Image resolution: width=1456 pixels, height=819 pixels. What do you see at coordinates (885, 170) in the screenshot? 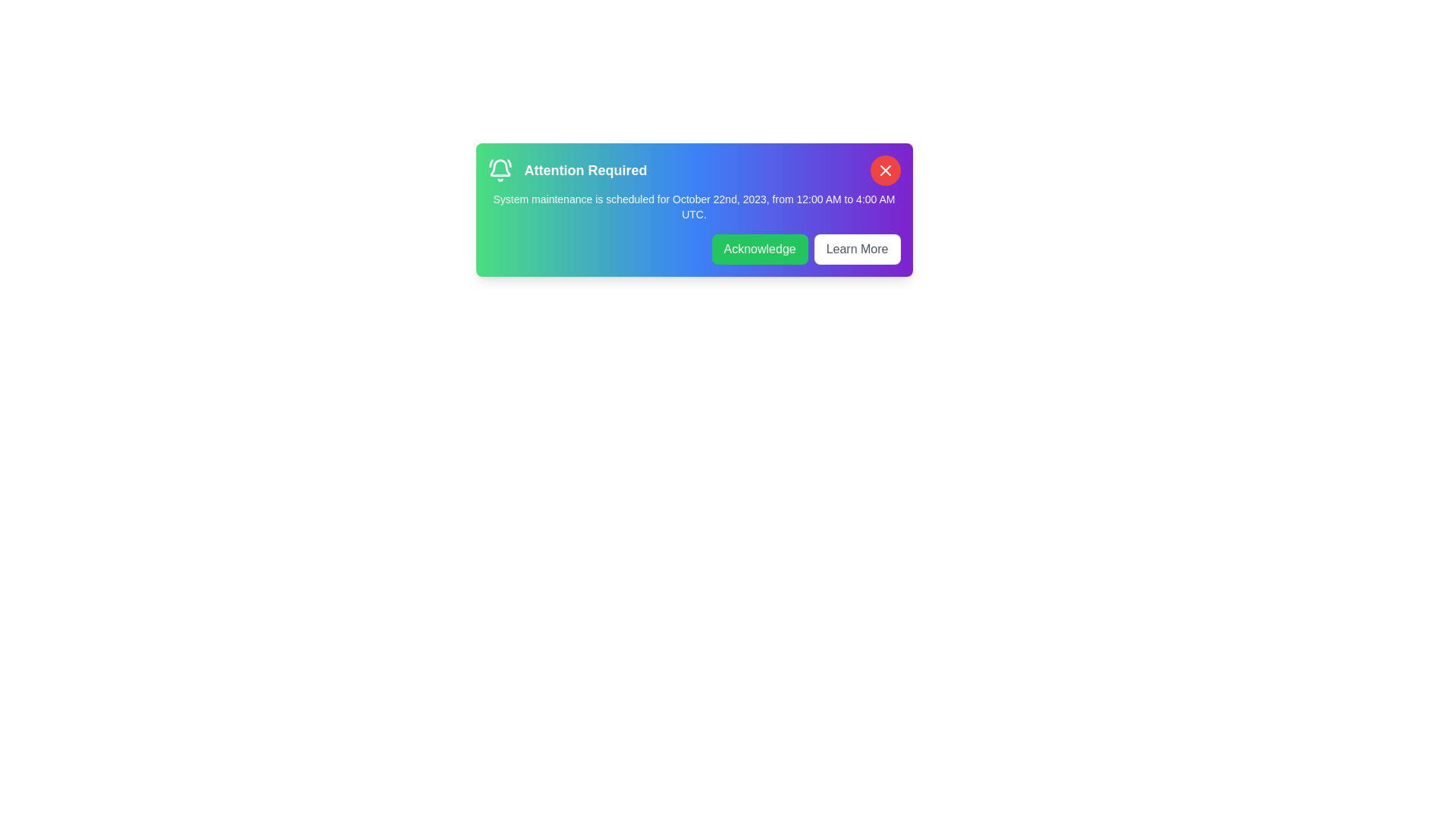
I see `the close button of the notification bar to dismiss it` at bounding box center [885, 170].